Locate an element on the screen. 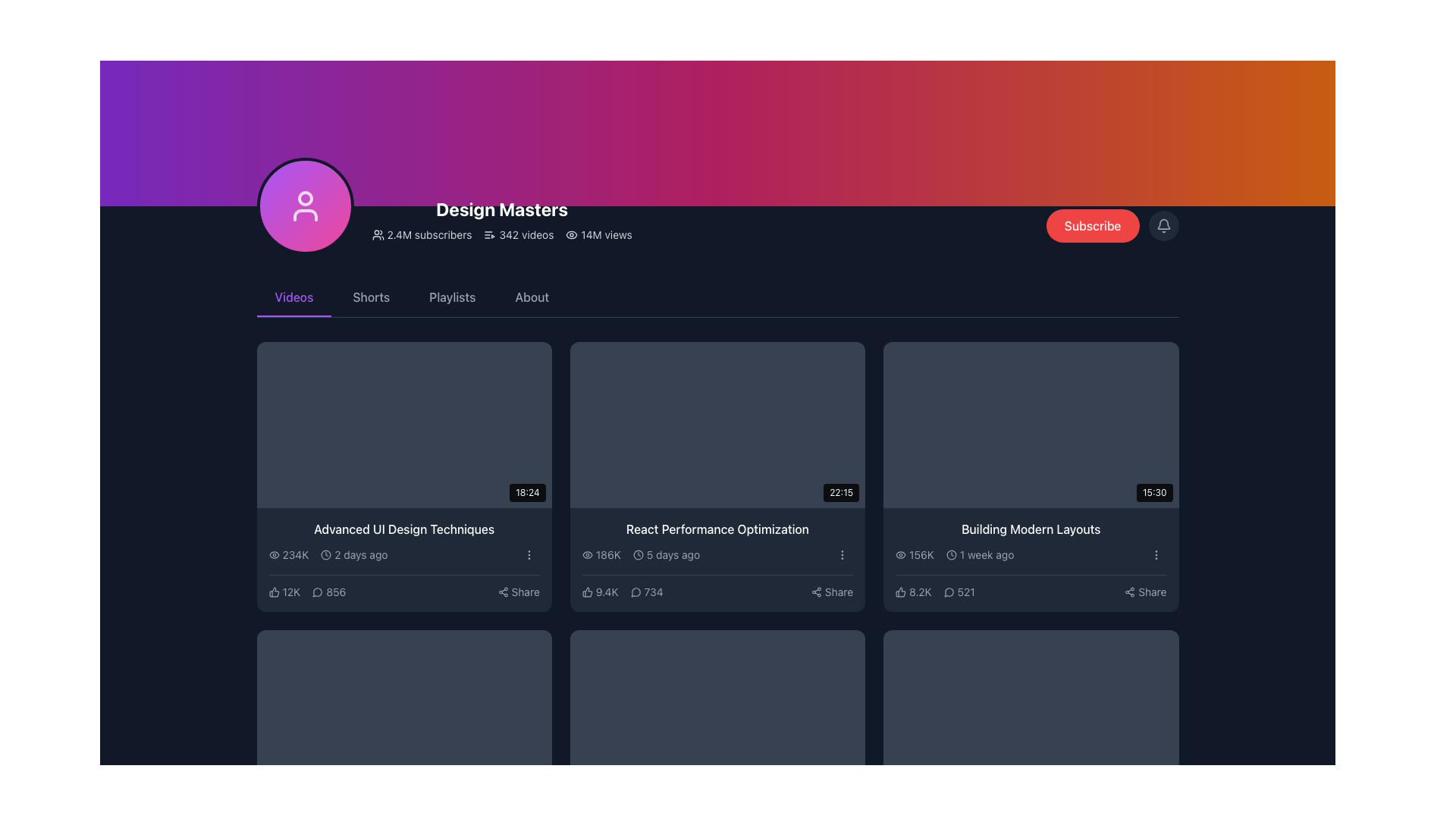  the comment icon located to the left of the comment count '734' beneath the video titled 'React Performance Optimization' is located at coordinates (635, 591).